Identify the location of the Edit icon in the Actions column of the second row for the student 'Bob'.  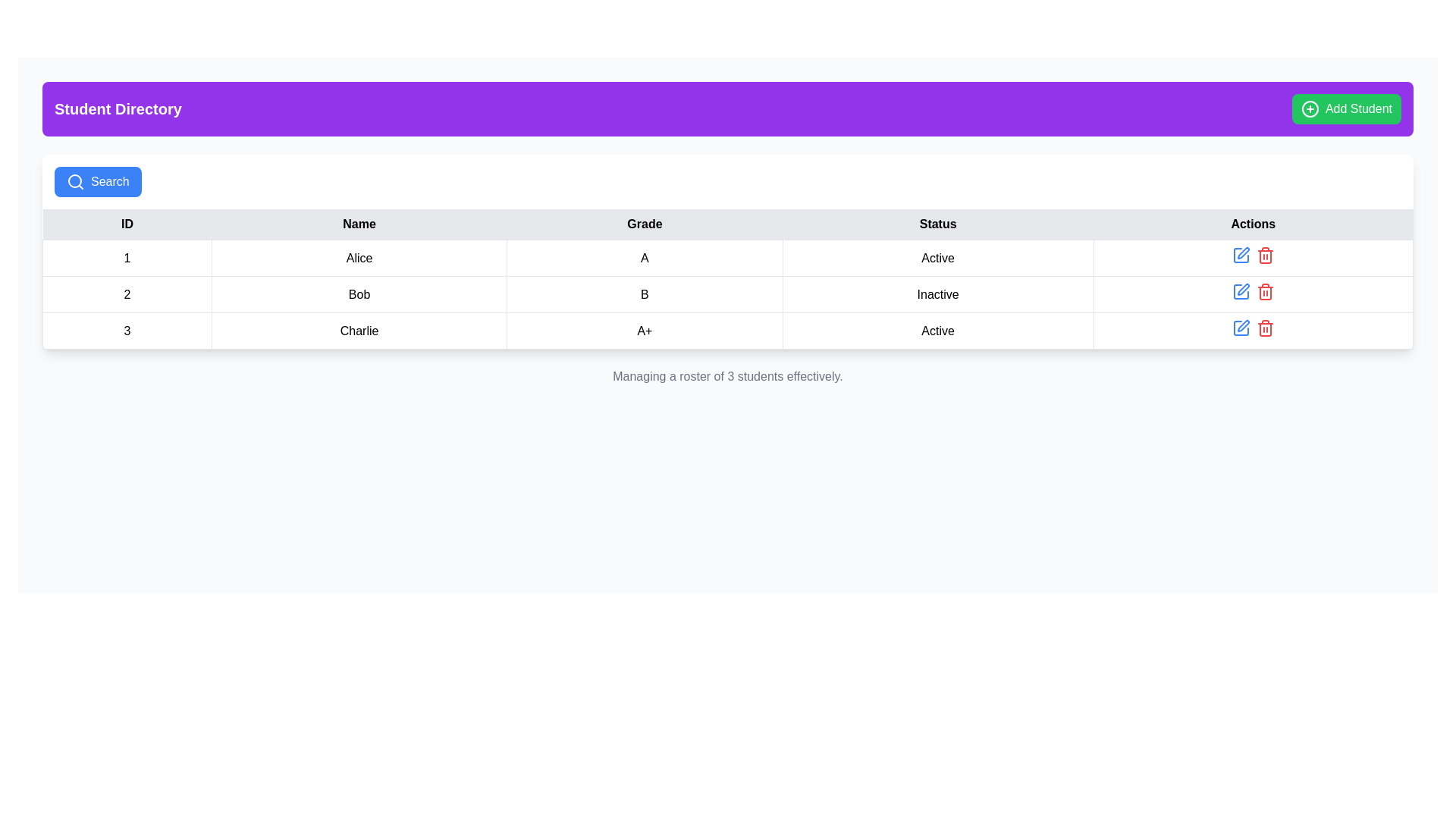
(1241, 254).